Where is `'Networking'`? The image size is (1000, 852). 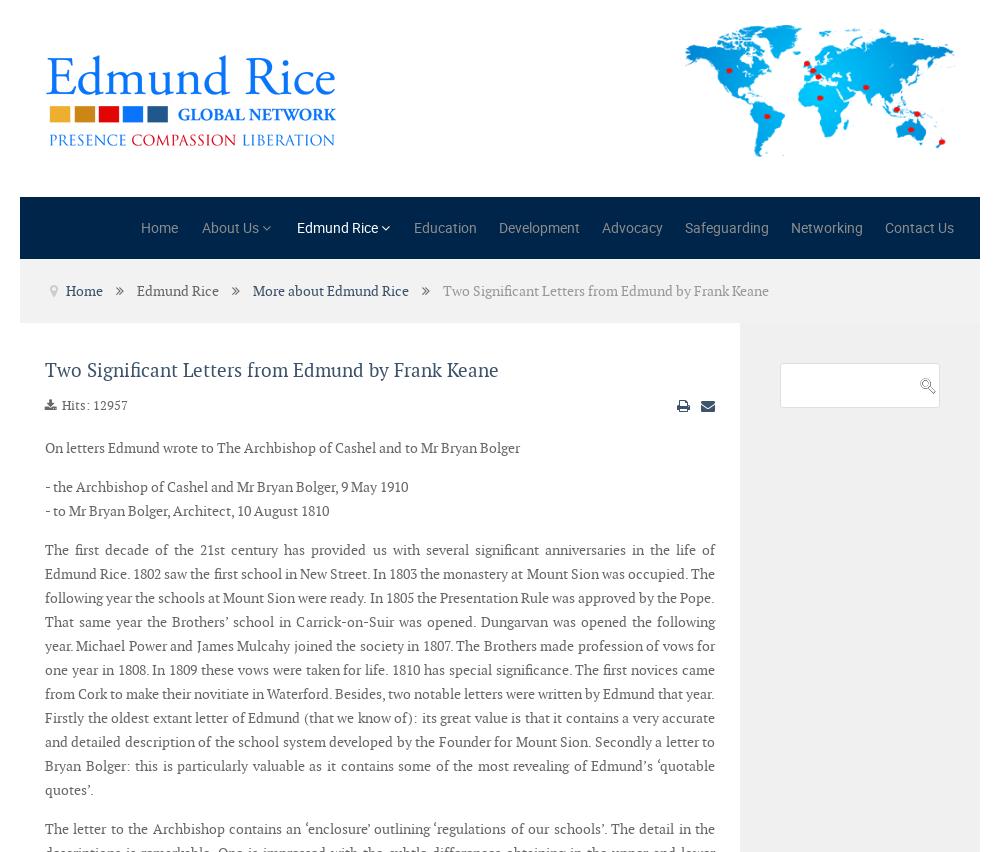 'Networking' is located at coordinates (791, 226).